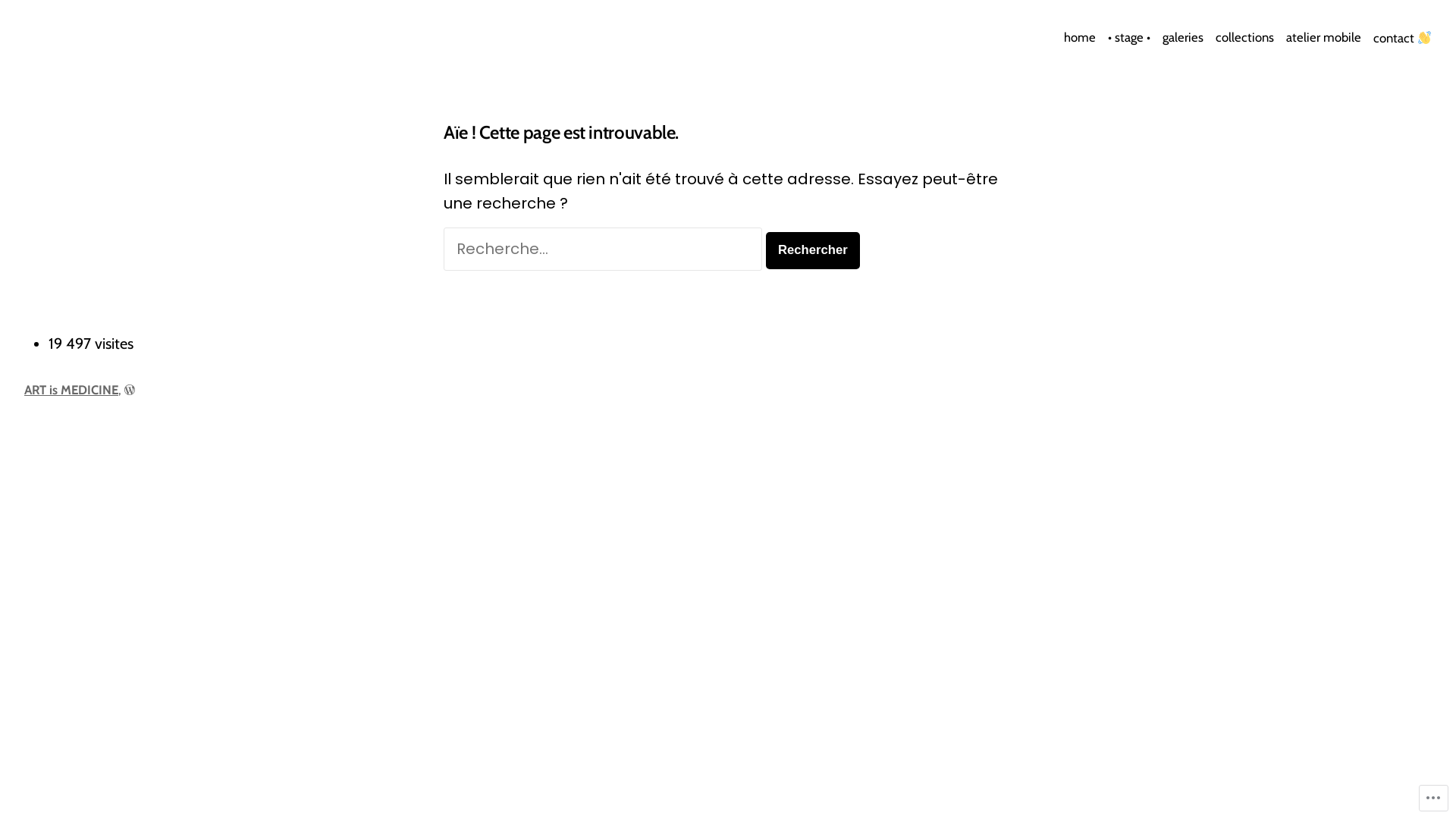 This screenshot has height=819, width=1456. What do you see at coordinates (1081, 37) in the screenshot?
I see `'home'` at bounding box center [1081, 37].